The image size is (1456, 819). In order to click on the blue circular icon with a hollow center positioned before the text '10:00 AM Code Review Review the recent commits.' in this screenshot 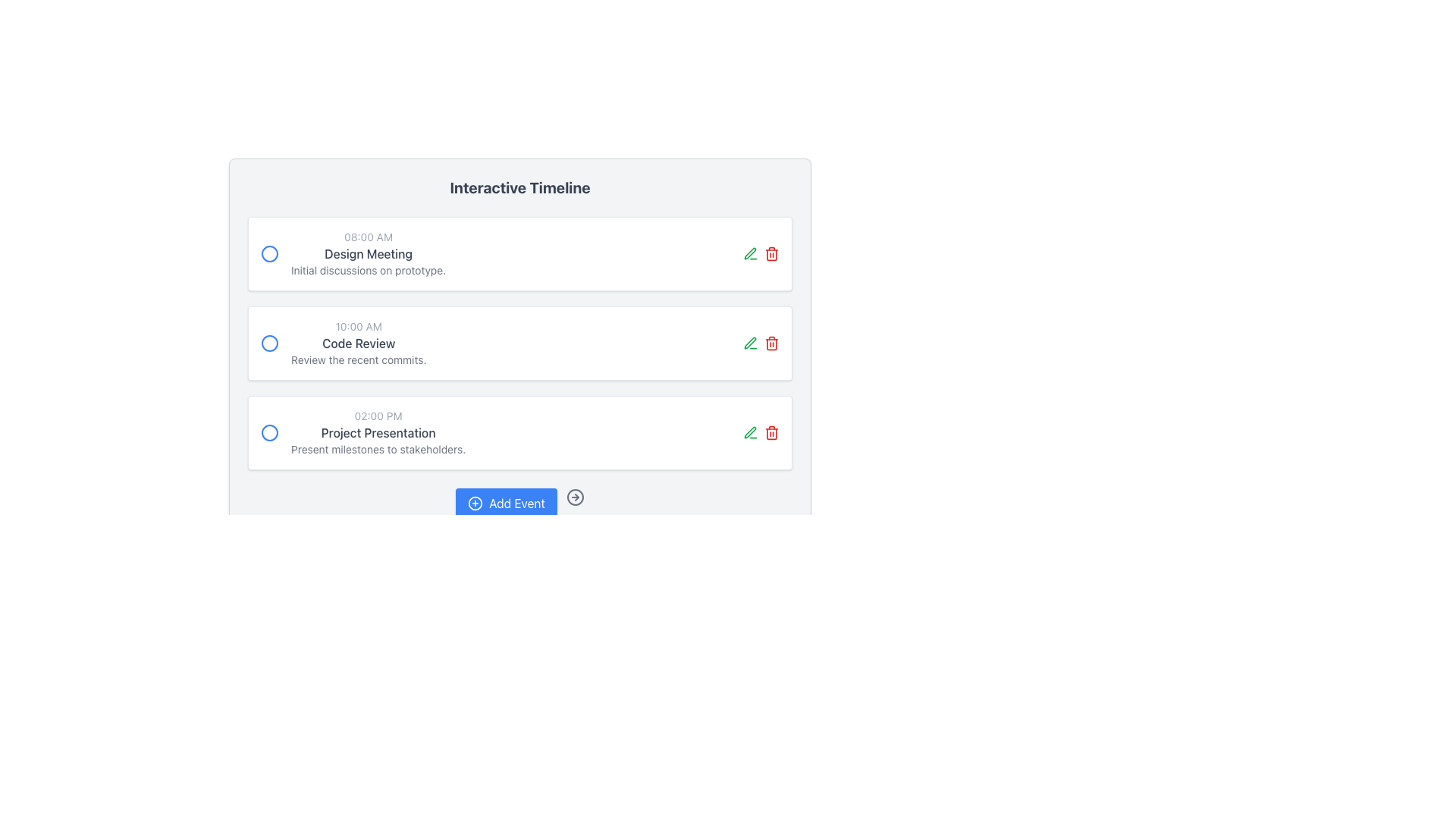, I will do `click(269, 343)`.